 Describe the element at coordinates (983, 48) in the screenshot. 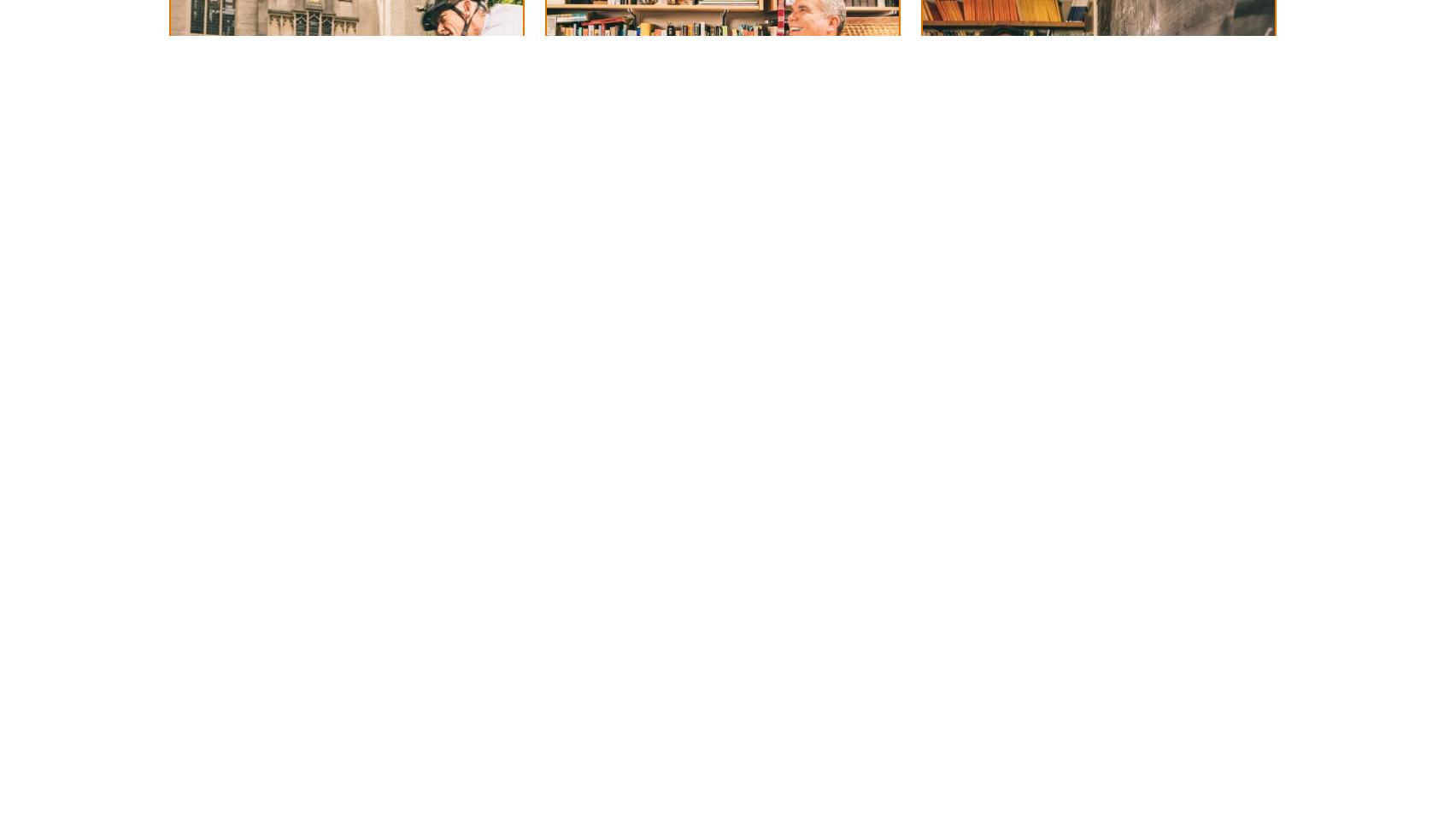

I see `'REQUEST INFO'` at that location.